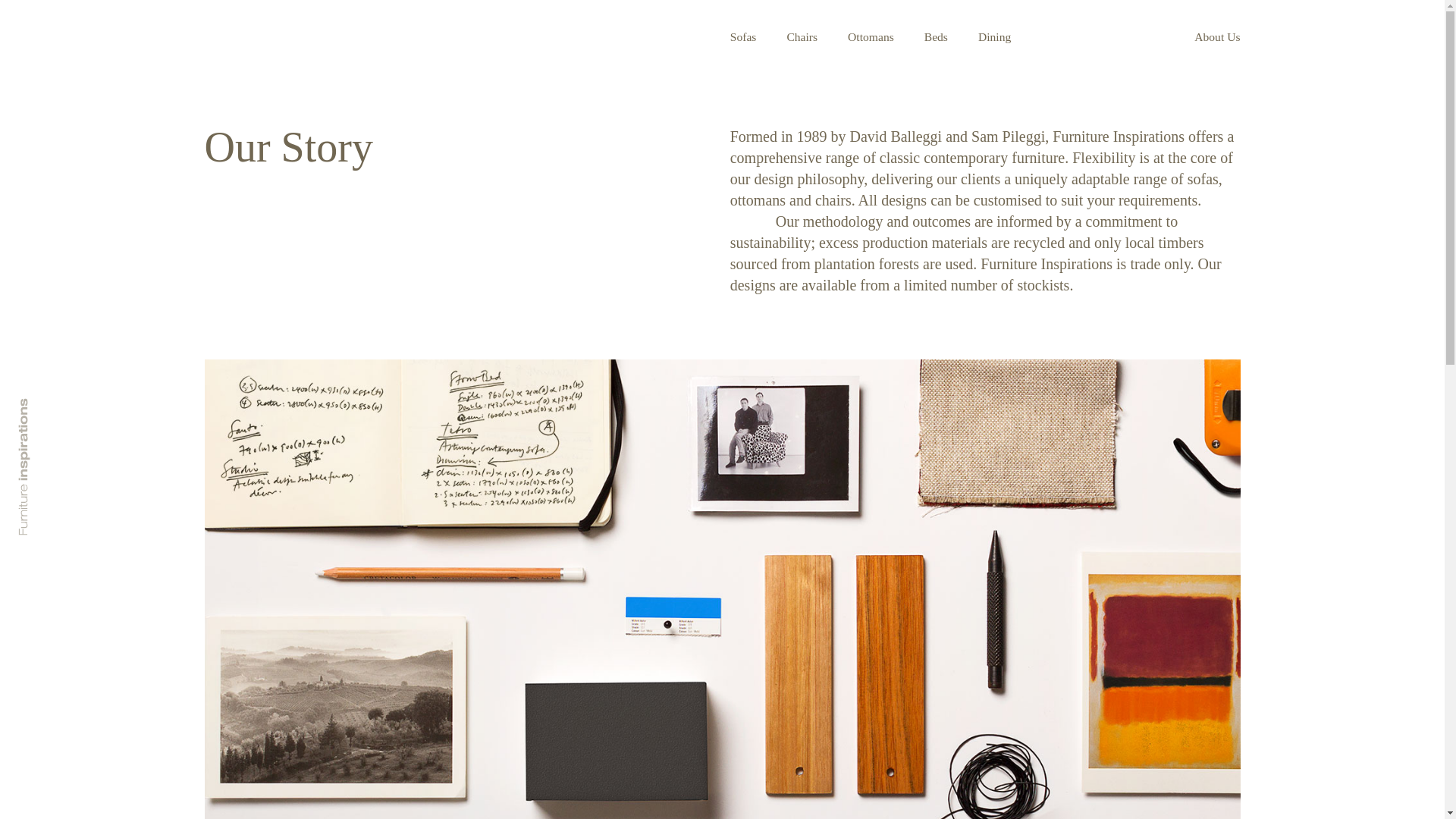 The image size is (1456, 819). I want to click on 'About Us', so click(1216, 36).